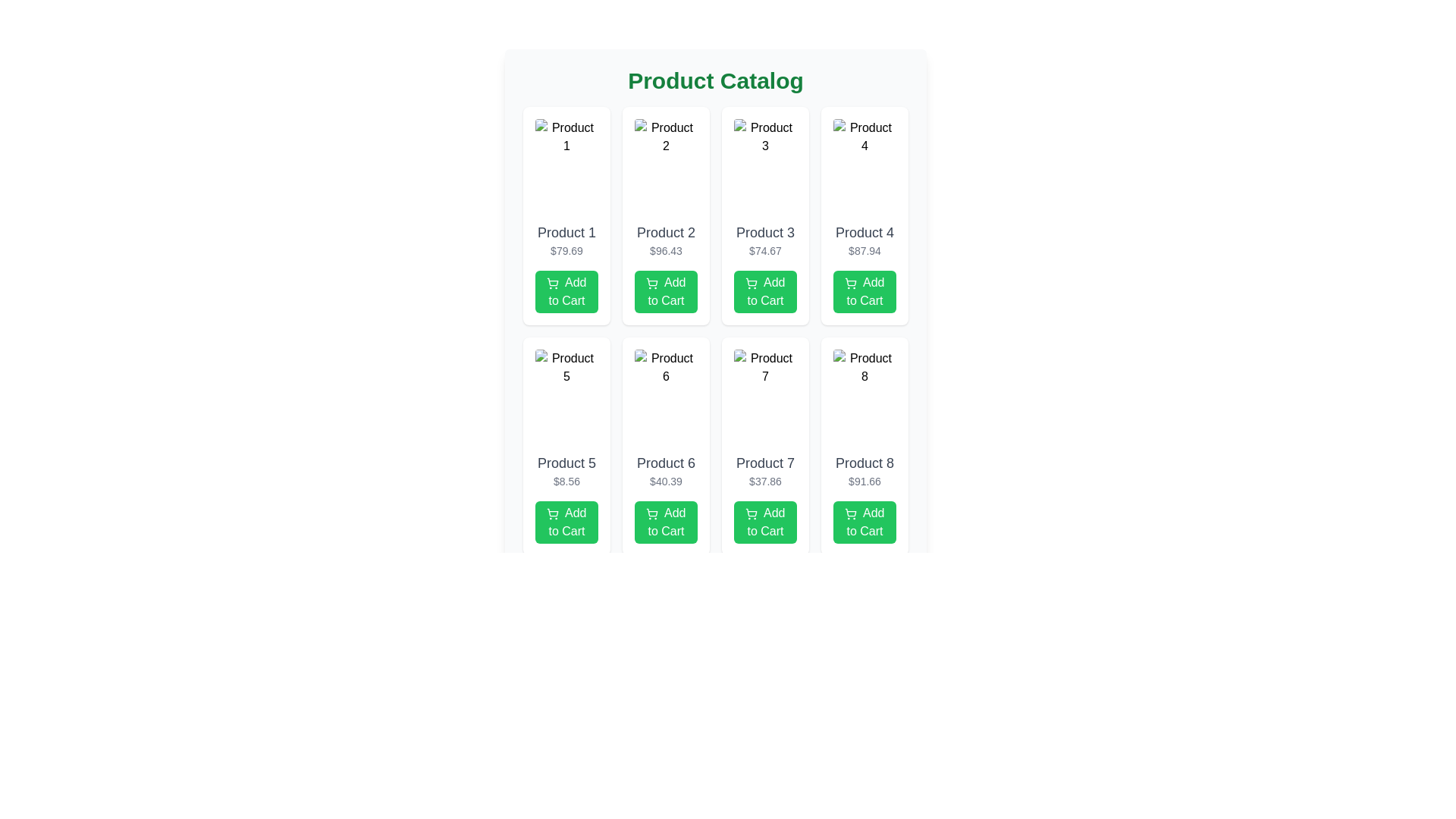 Image resolution: width=1456 pixels, height=819 pixels. What do you see at coordinates (765, 522) in the screenshot?
I see `the green 'Add to Cart' button with rounded corners located in the card for 'Product 7'` at bounding box center [765, 522].